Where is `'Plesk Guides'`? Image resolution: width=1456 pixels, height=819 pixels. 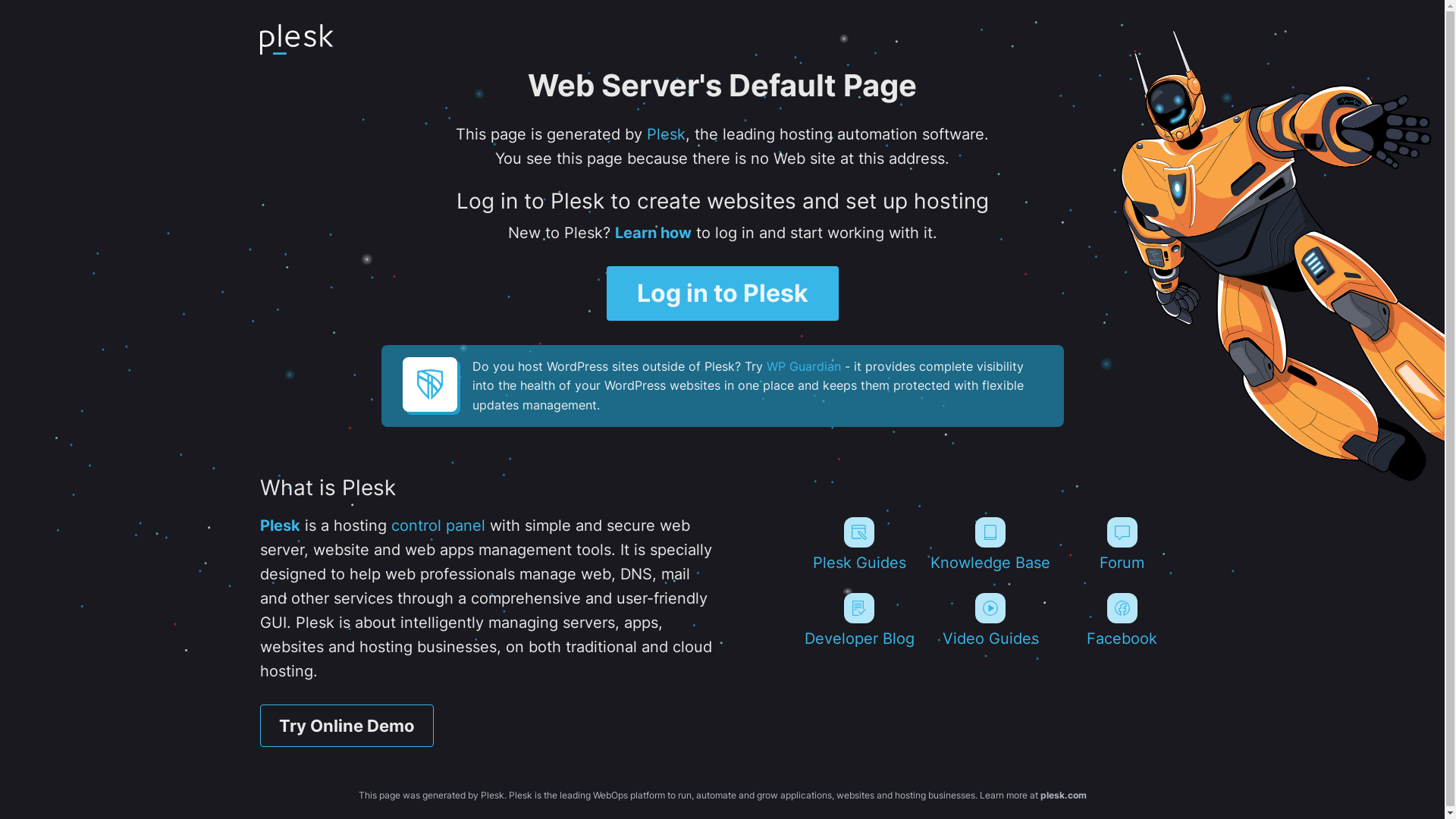 'Plesk Guides' is located at coordinates (858, 543).